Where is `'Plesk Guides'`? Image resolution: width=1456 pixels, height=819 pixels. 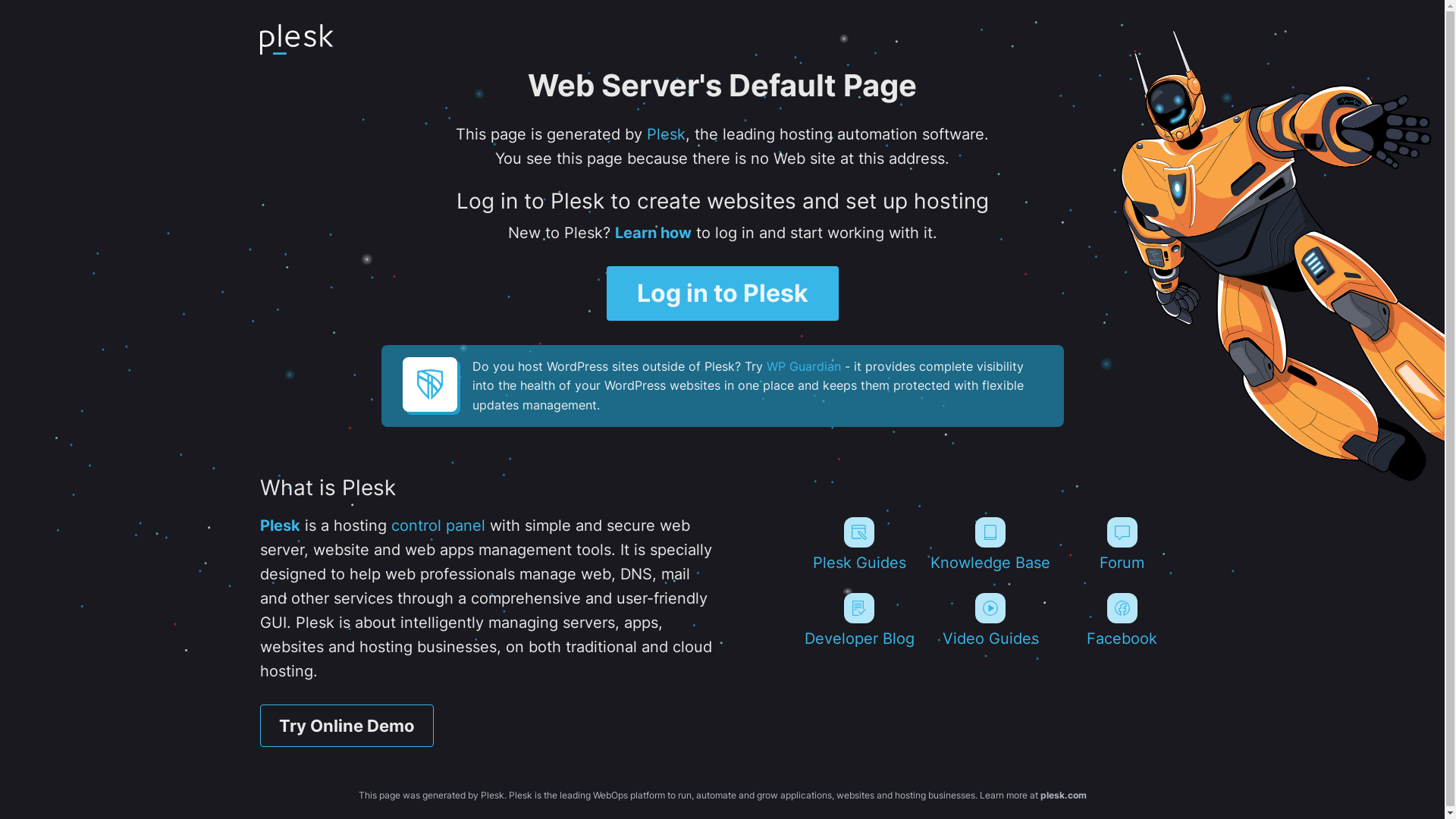 'Plesk Guides' is located at coordinates (858, 543).